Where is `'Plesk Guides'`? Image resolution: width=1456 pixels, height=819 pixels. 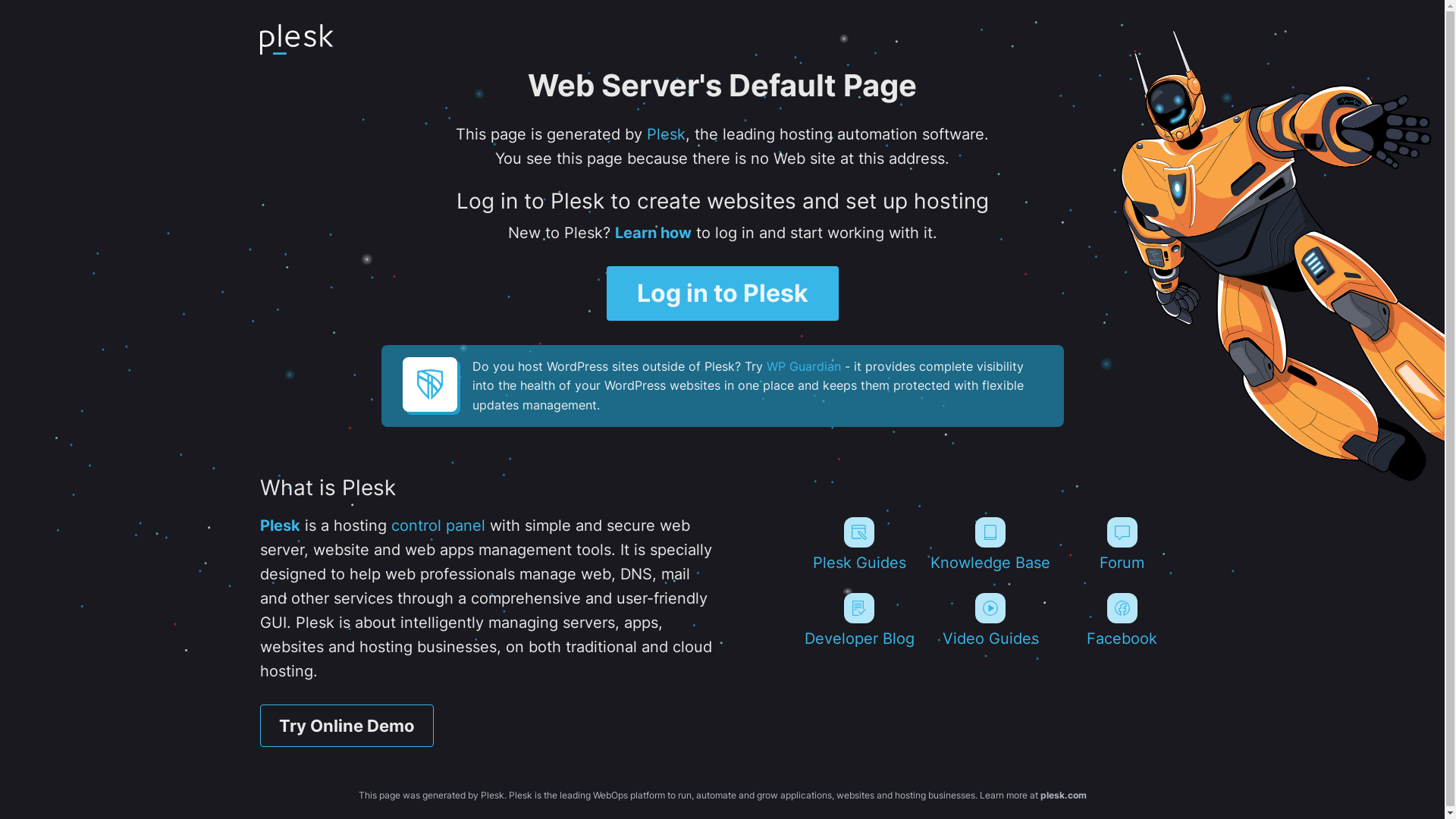 'Plesk Guides' is located at coordinates (858, 543).